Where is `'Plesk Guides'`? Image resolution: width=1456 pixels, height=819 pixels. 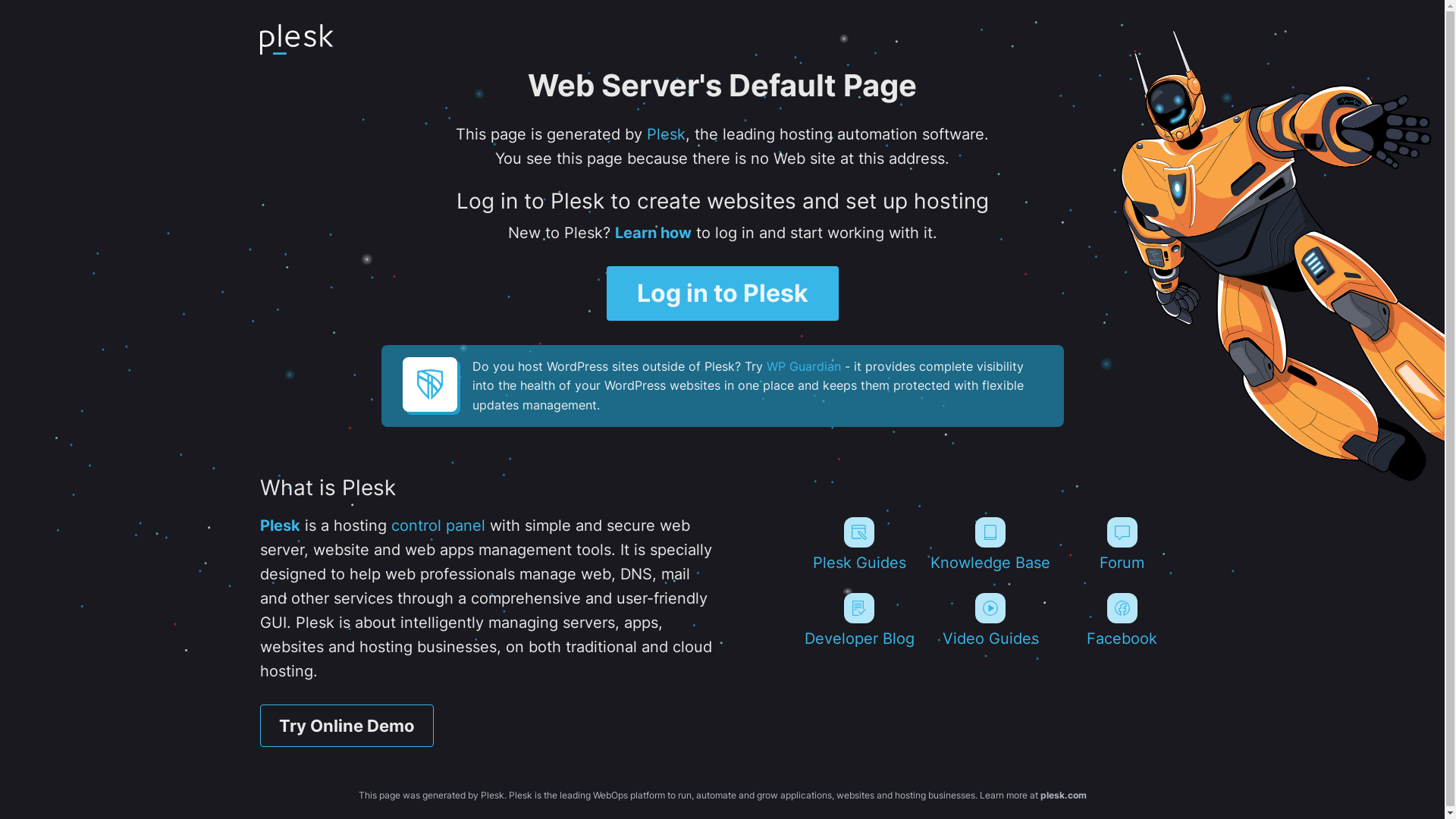 'Plesk Guides' is located at coordinates (858, 543).